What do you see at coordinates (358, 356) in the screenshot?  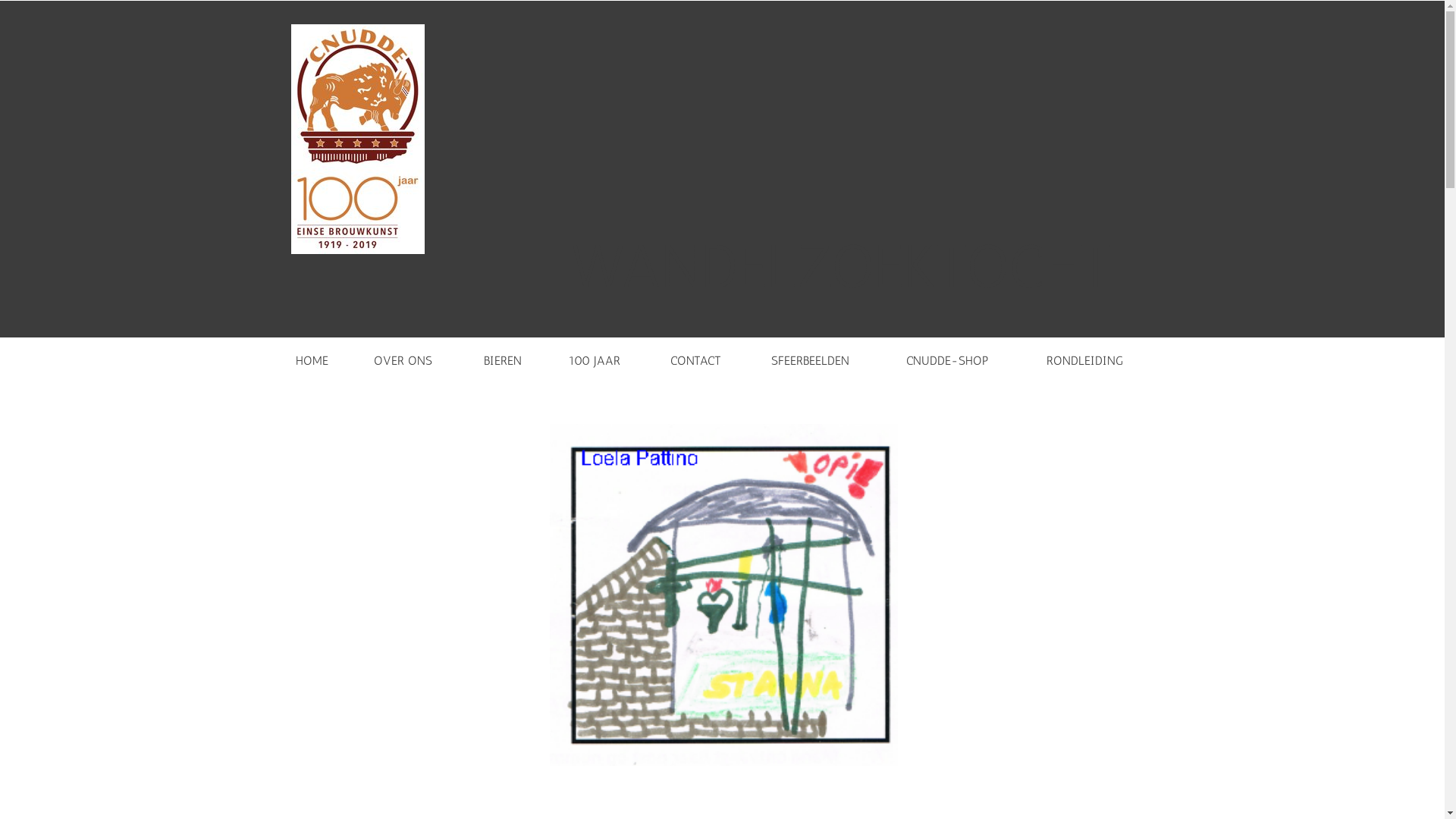 I see `'OVER ONS'` at bounding box center [358, 356].